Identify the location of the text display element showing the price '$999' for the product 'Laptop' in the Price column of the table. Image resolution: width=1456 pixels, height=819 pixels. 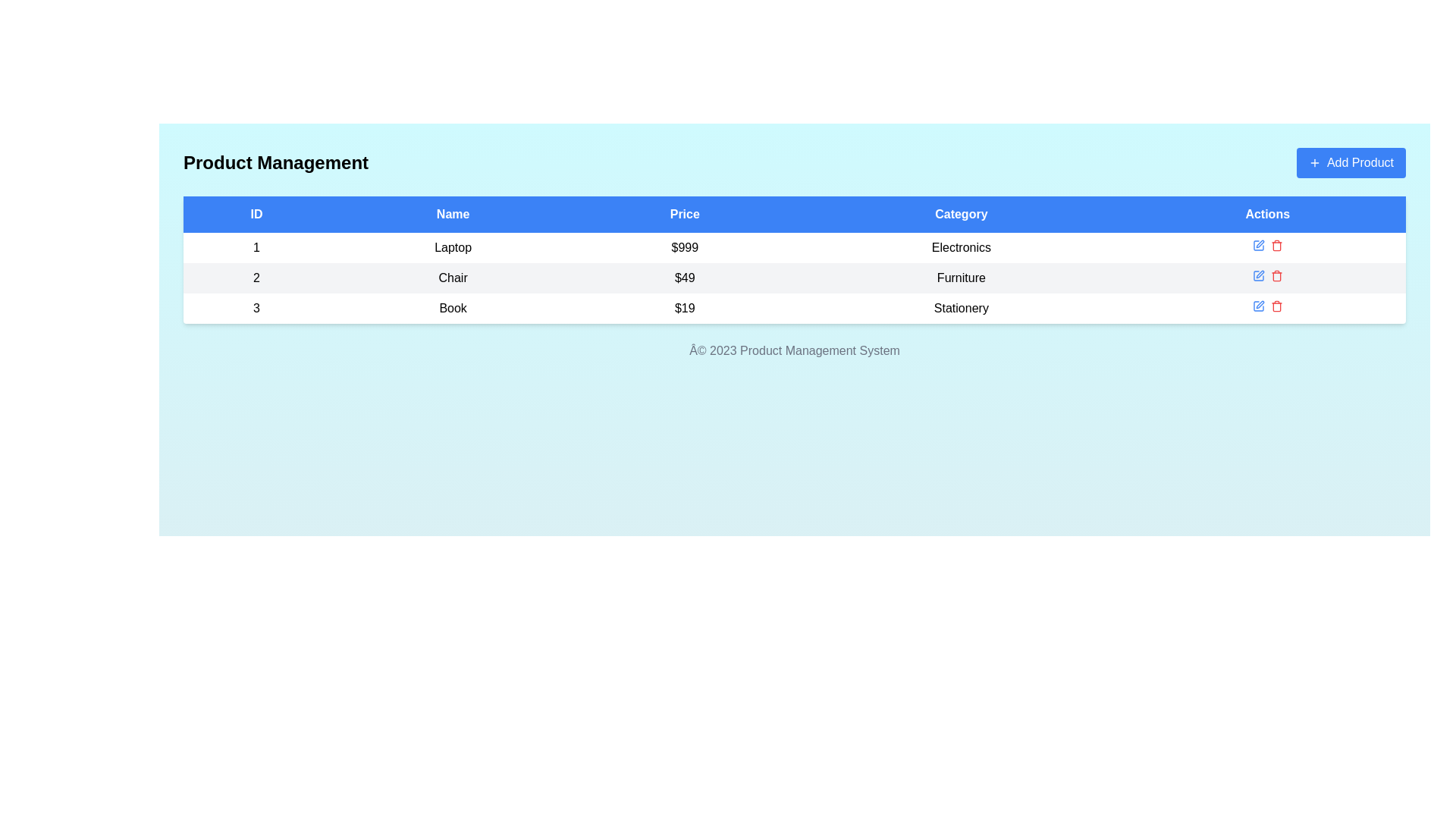
(684, 247).